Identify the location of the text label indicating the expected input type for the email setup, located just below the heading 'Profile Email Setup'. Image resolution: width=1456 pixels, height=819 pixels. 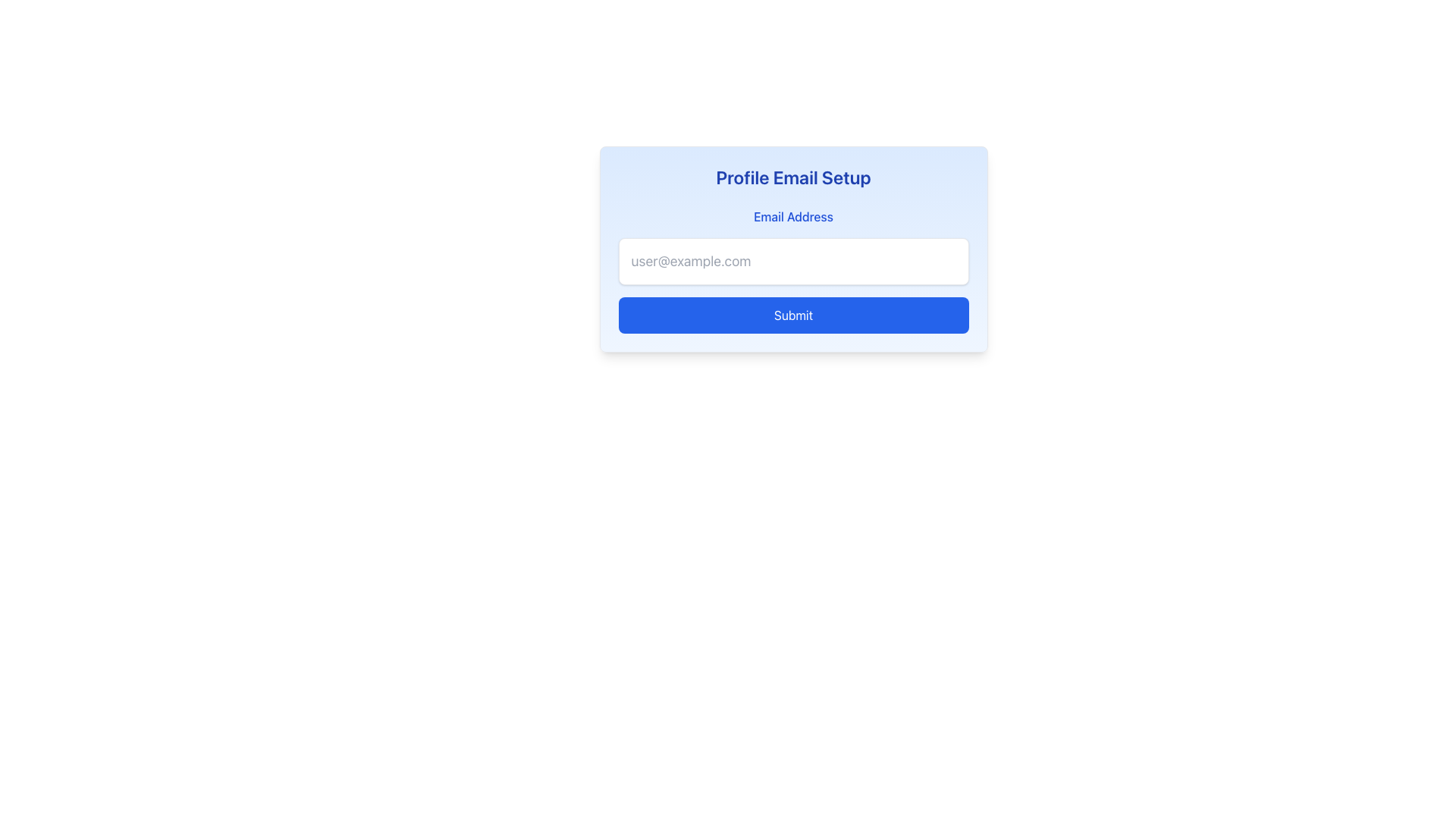
(792, 216).